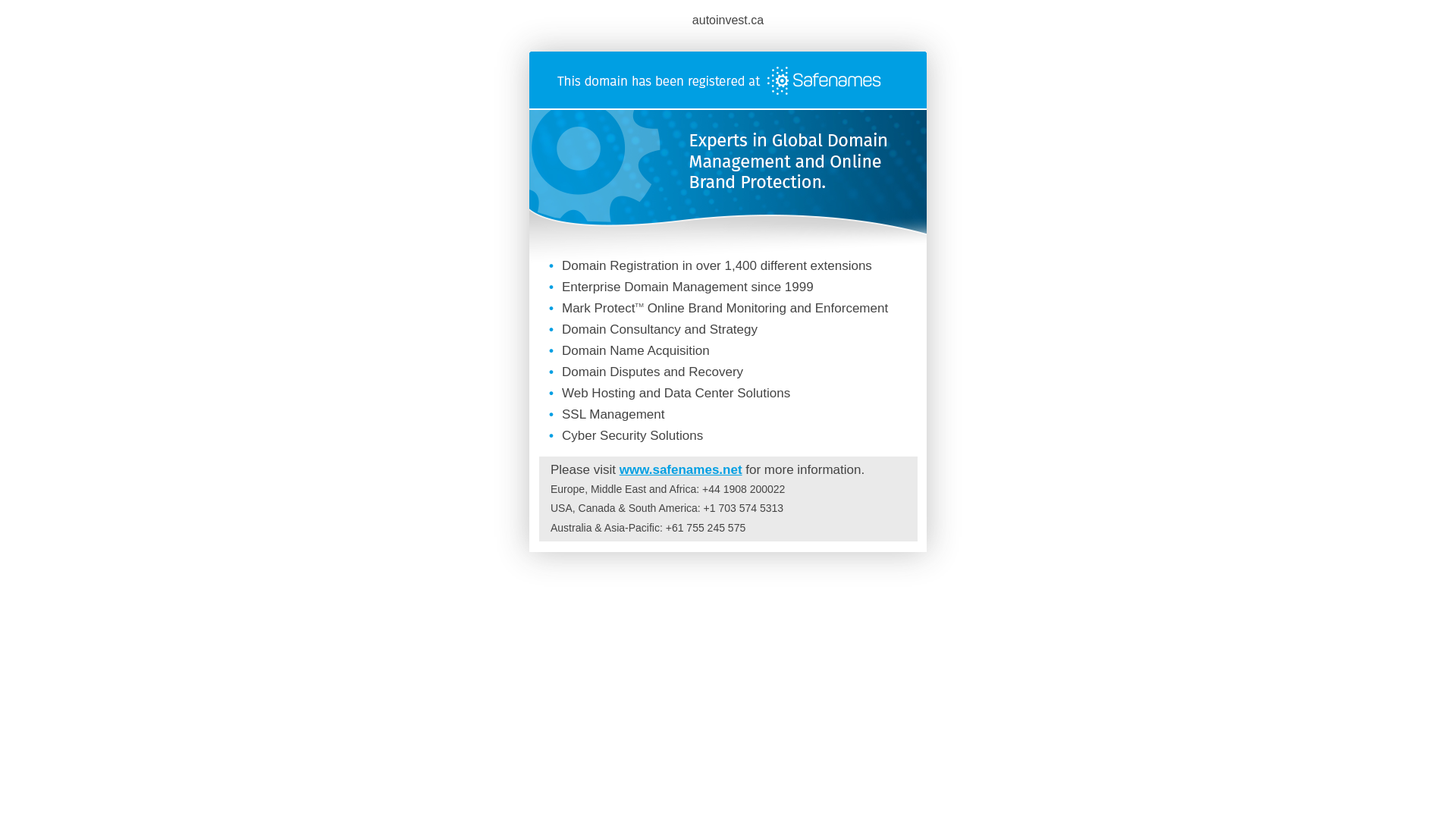 The height and width of the screenshot is (819, 1456). I want to click on 'www.safenames.net', so click(679, 469).